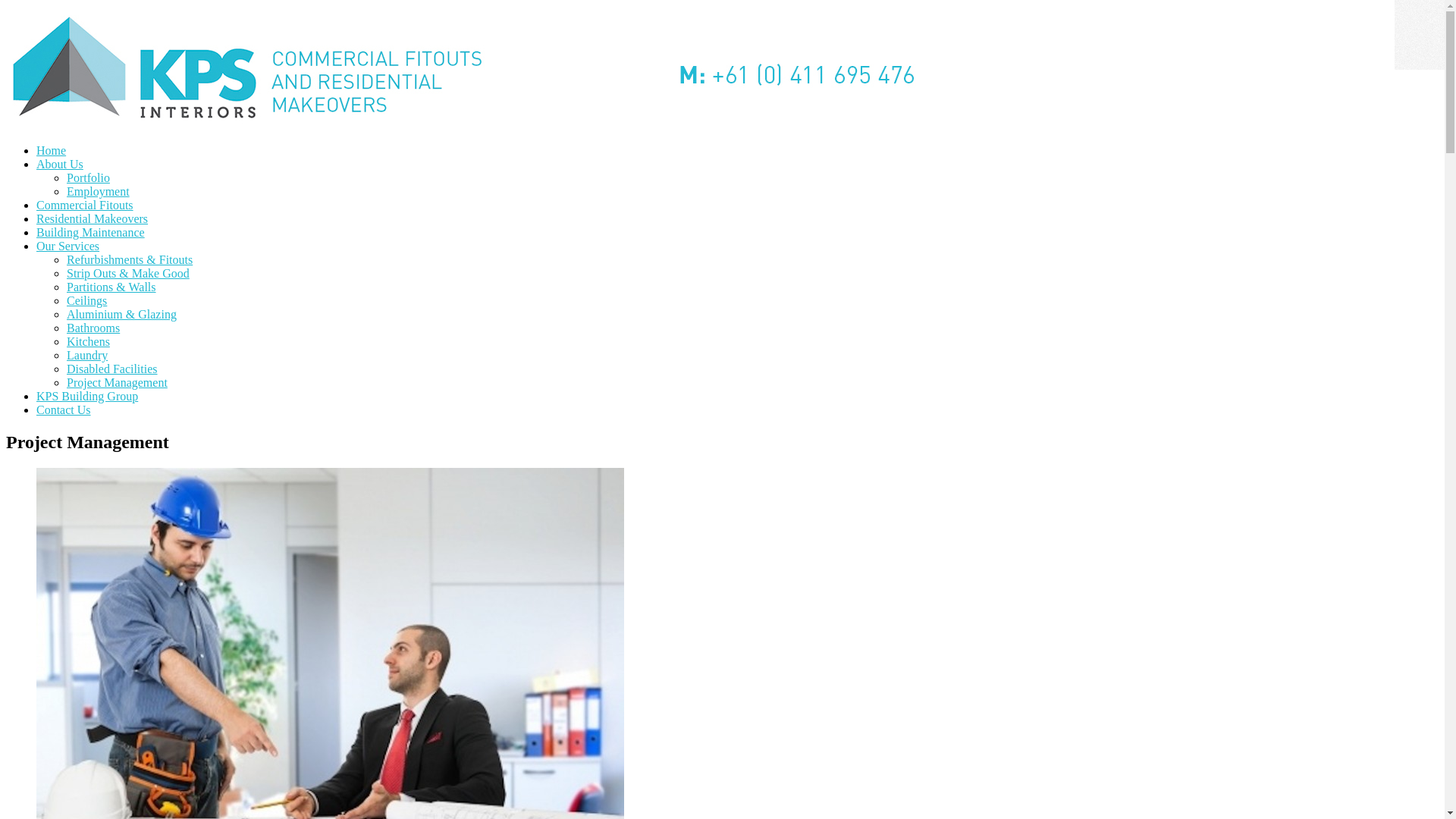 This screenshot has width=1456, height=819. I want to click on 'Contact Us', so click(36, 409).